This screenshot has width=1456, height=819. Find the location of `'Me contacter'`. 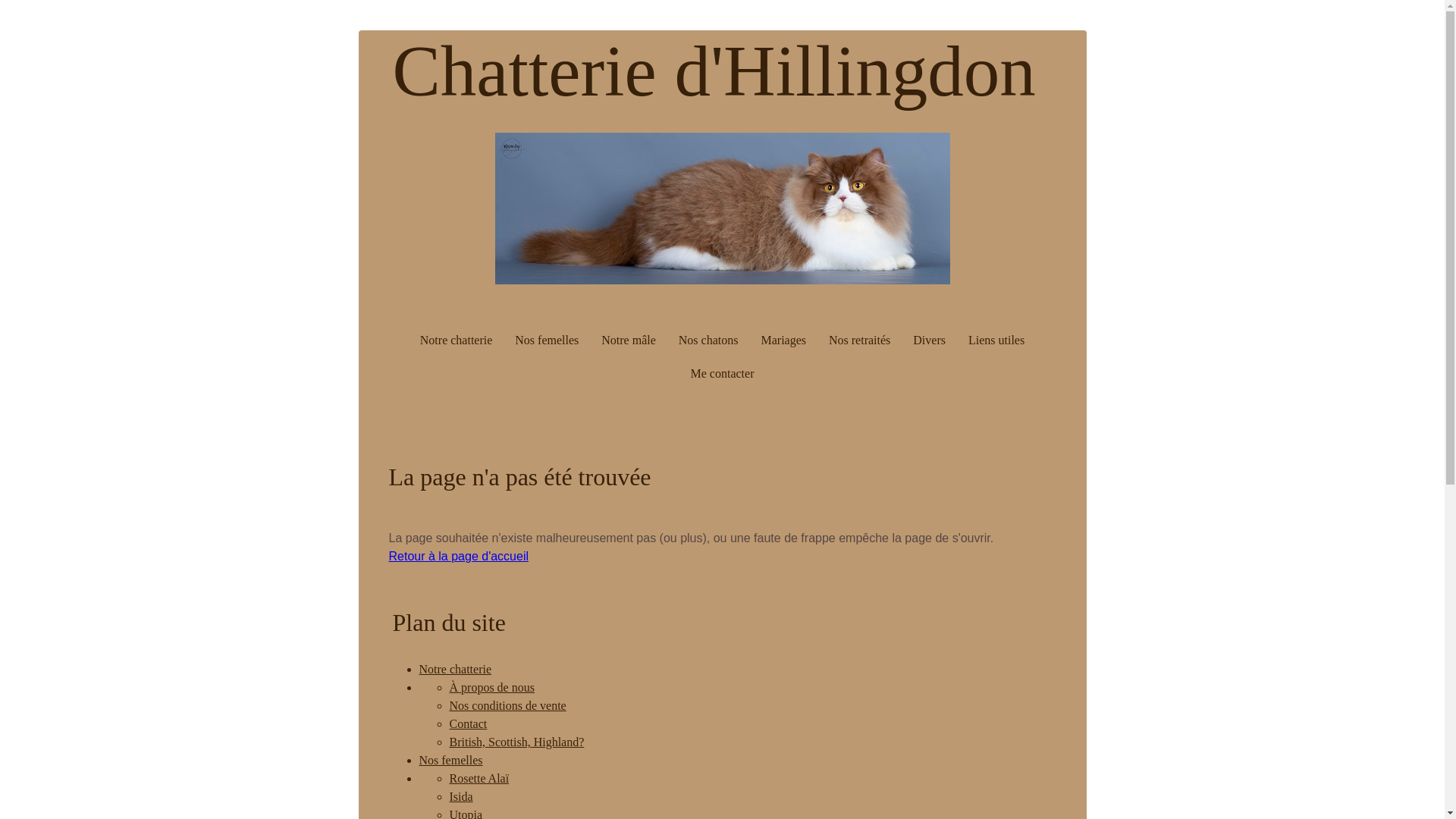

'Me contacter' is located at coordinates (722, 374).